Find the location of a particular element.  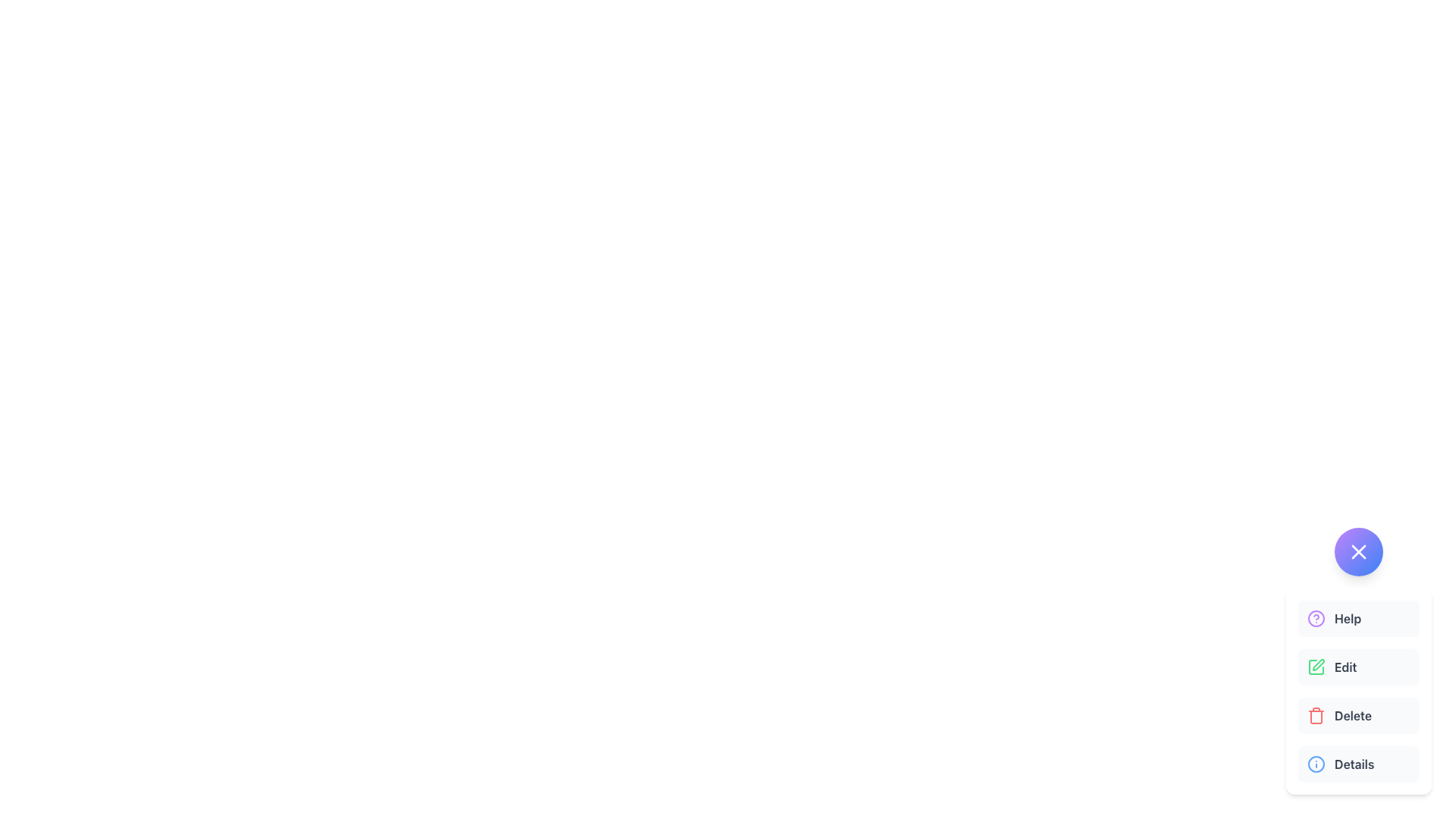

the delete icon located on the left side of the 'Delete' label in the third item of the vertically stacked menu is located at coordinates (1316, 716).